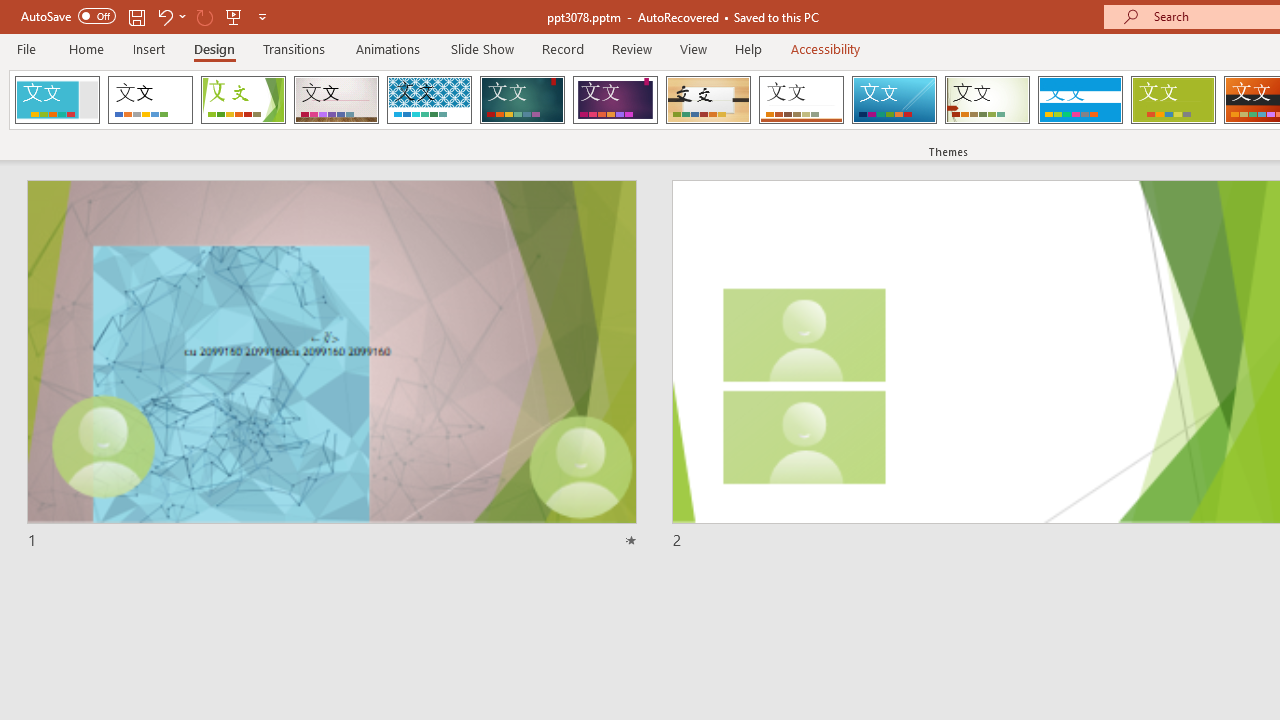  Describe the element at coordinates (336, 100) in the screenshot. I see `'Gallery'` at that location.